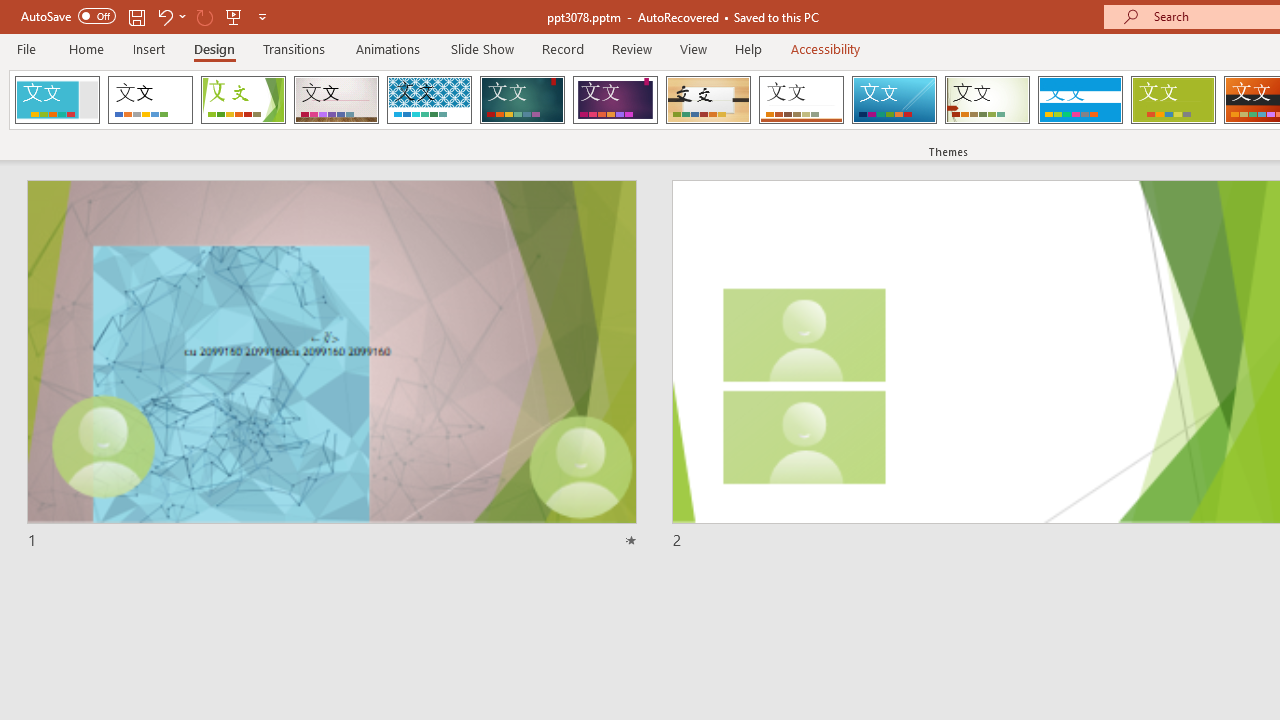  Describe the element at coordinates (336, 100) in the screenshot. I see `'Gallery'` at that location.